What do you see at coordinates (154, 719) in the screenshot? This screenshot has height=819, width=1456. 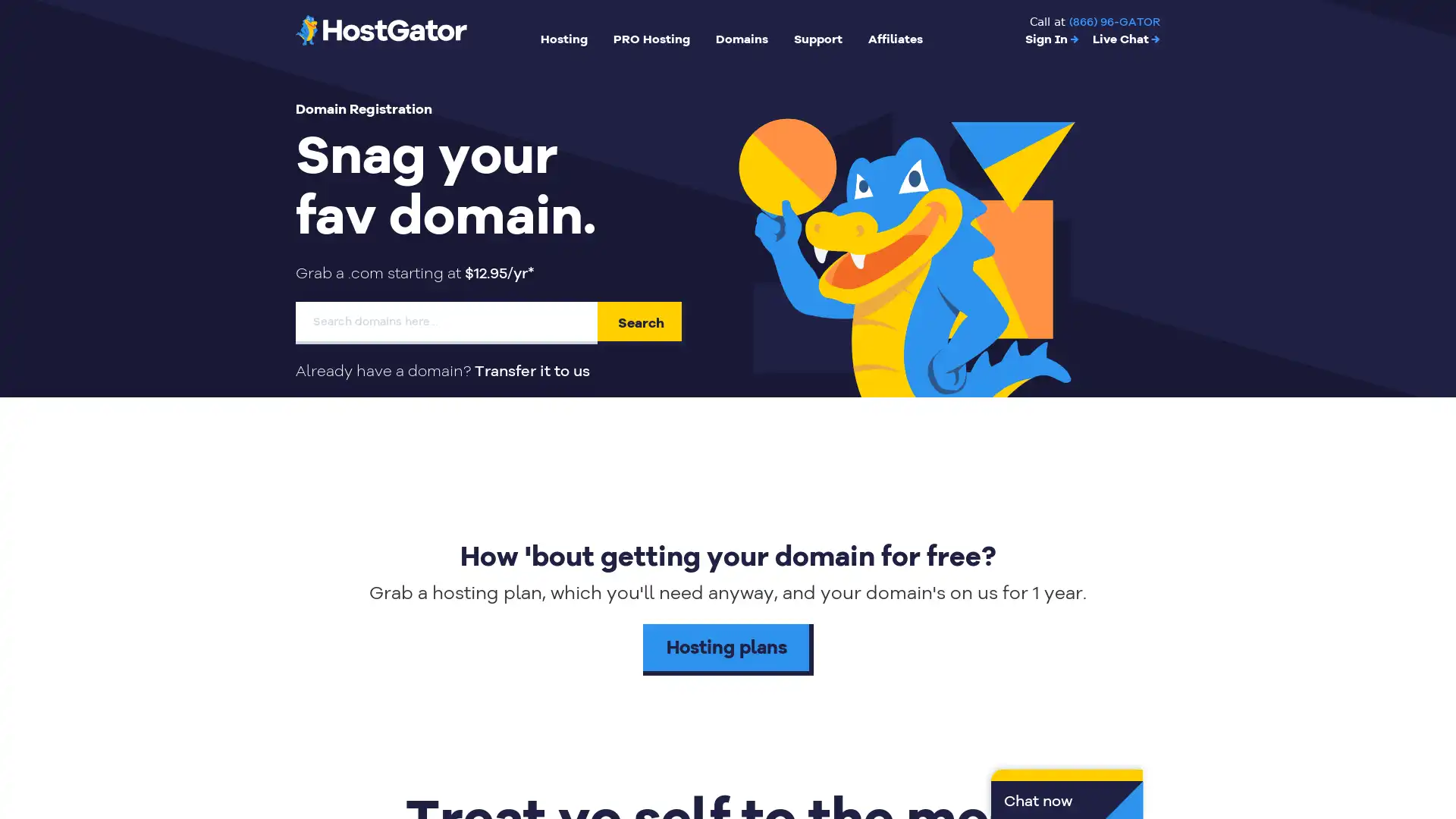 I see `Got It` at bounding box center [154, 719].